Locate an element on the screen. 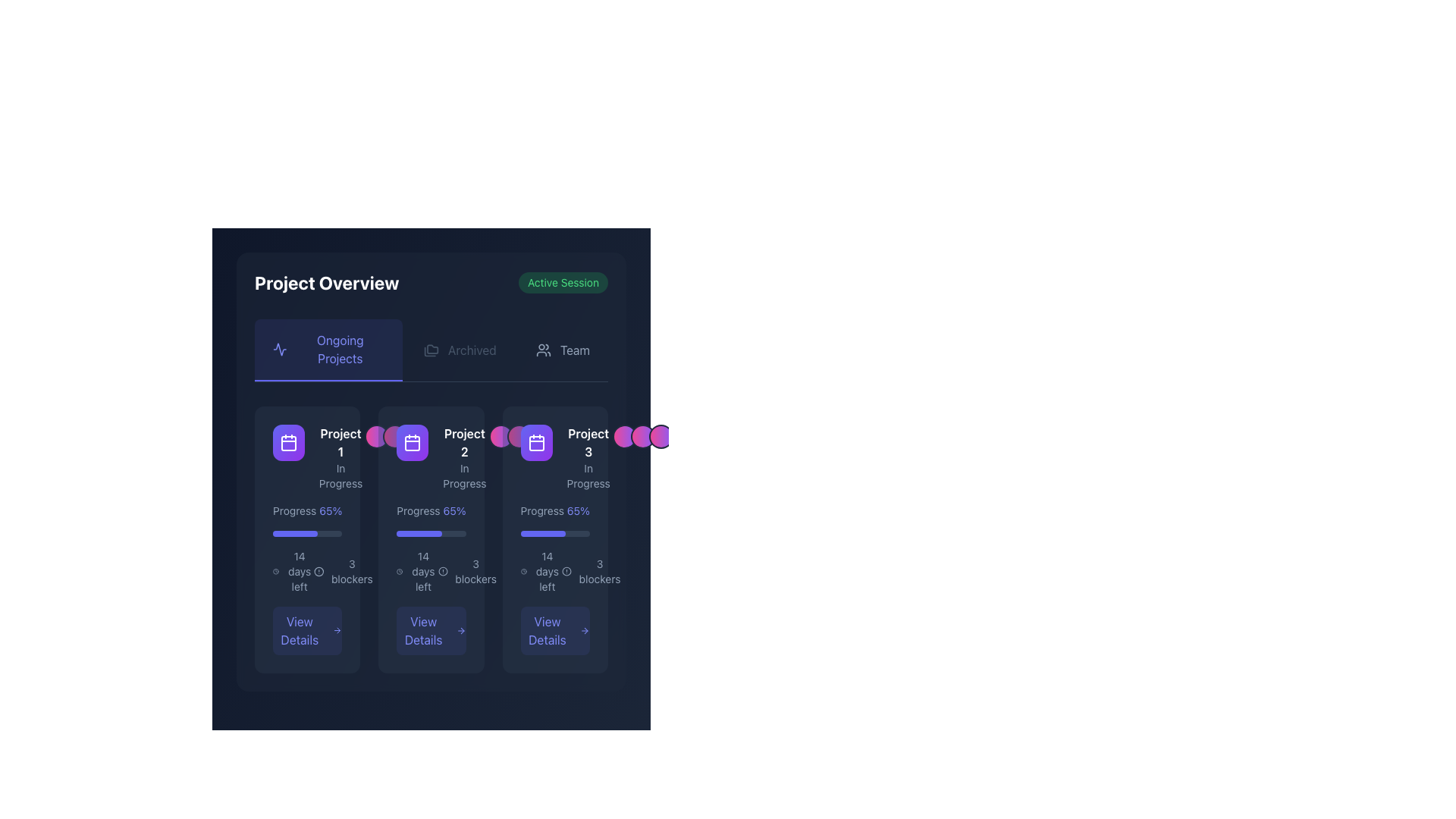 Image resolution: width=1456 pixels, height=819 pixels. the progress bar indicating 65% completion for 'Project 2' in the 'Ongoing Projects' section is located at coordinates (295, 533).